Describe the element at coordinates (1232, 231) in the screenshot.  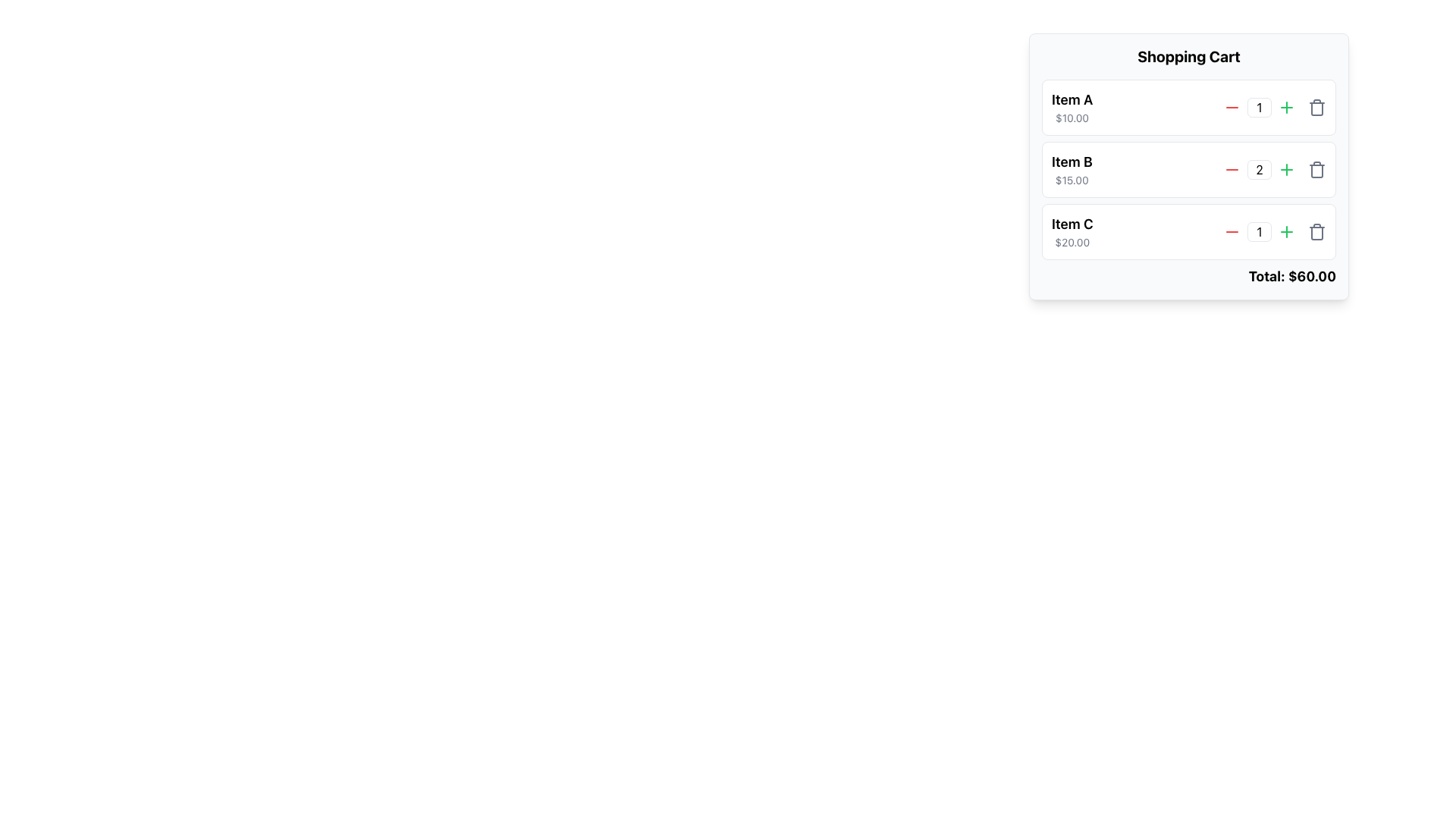
I see `the leftmost button next to the quantity field for 'Item C' to decrement the item quantity` at that location.